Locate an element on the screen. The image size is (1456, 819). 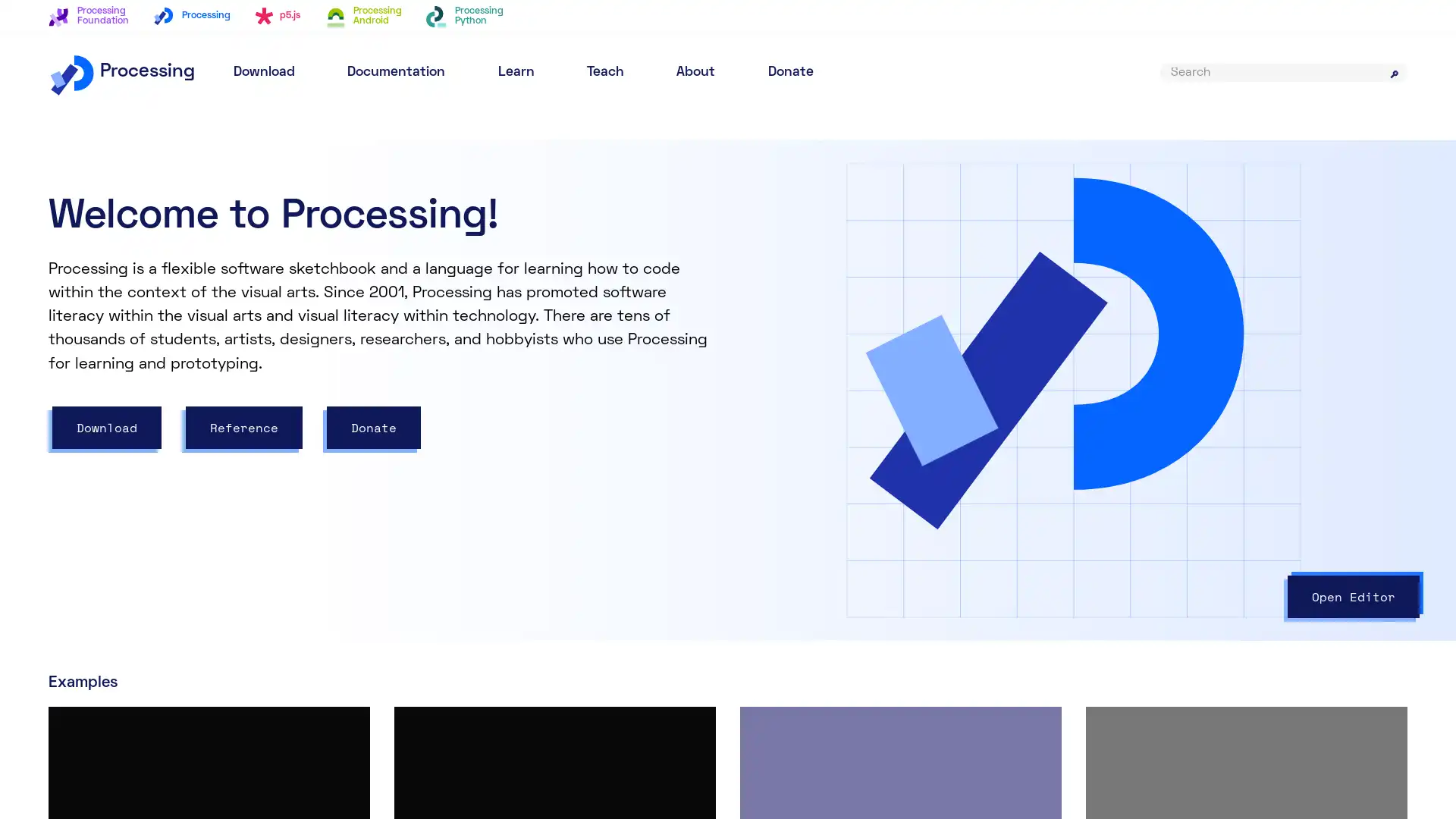
change position is located at coordinates (1109, 416).